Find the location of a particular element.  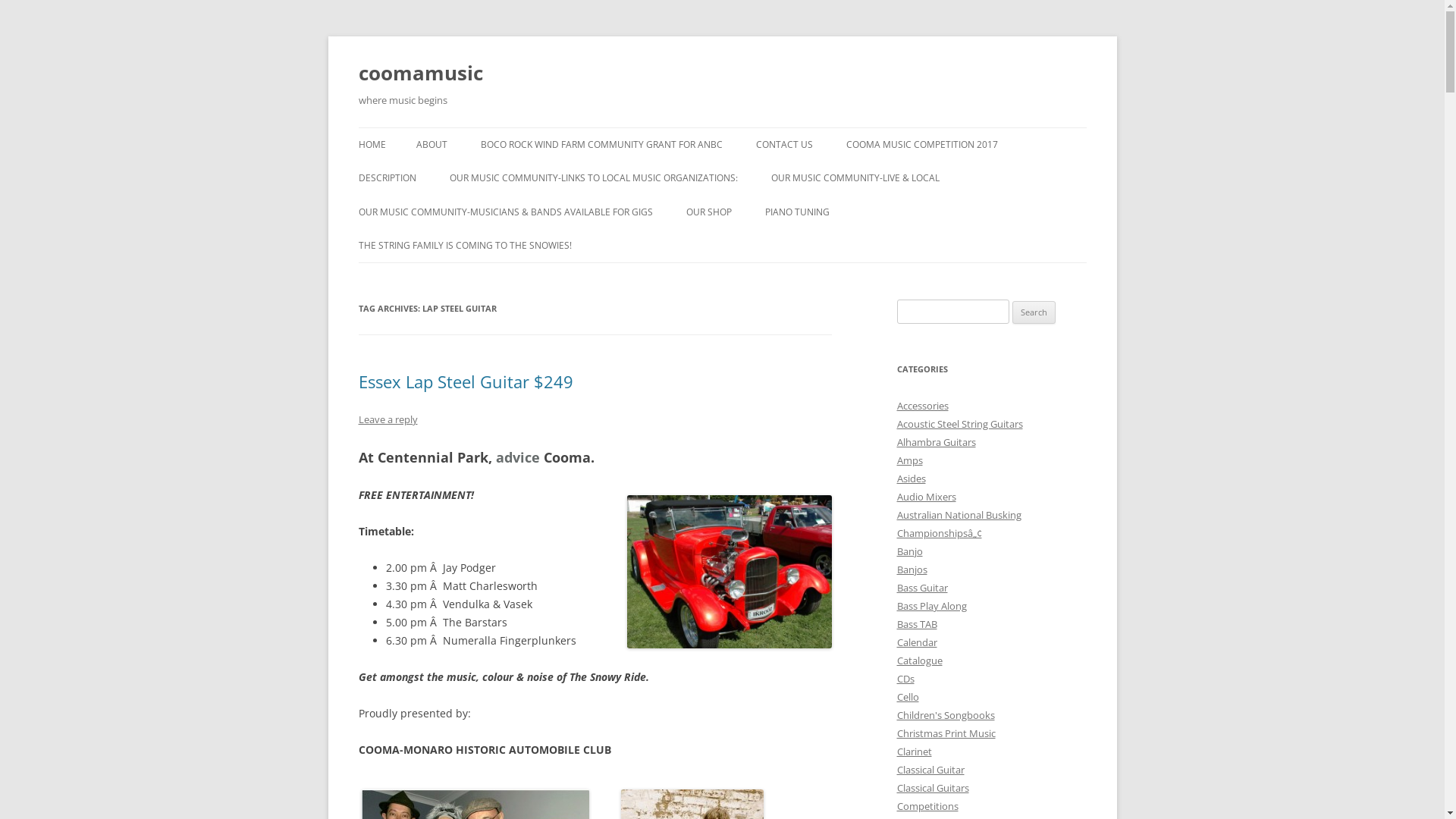

'Bass Guitar' is located at coordinates (921, 587).